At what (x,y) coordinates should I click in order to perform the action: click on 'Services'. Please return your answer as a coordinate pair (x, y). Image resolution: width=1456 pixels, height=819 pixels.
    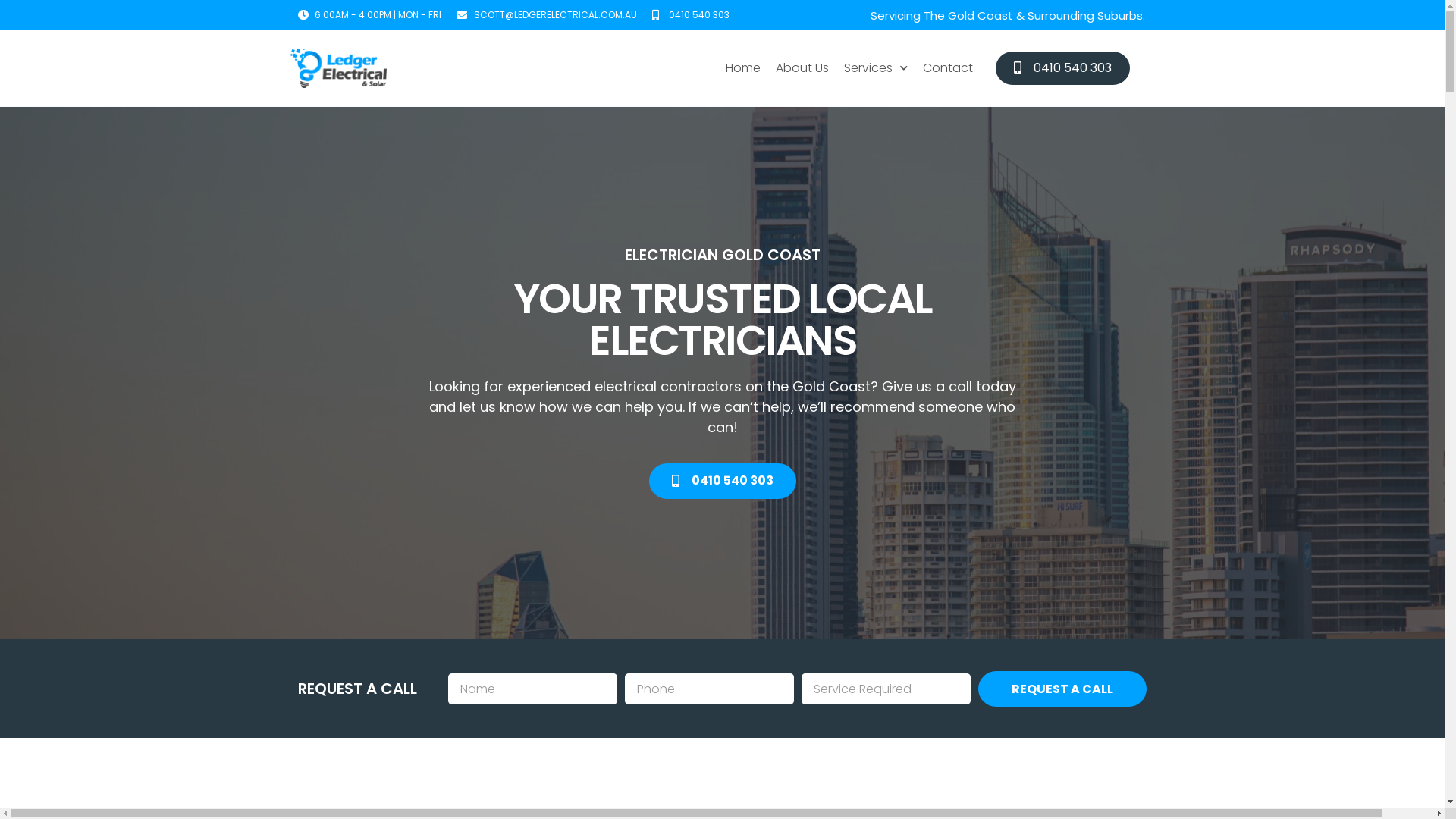
    Looking at the image, I should click on (876, 67).